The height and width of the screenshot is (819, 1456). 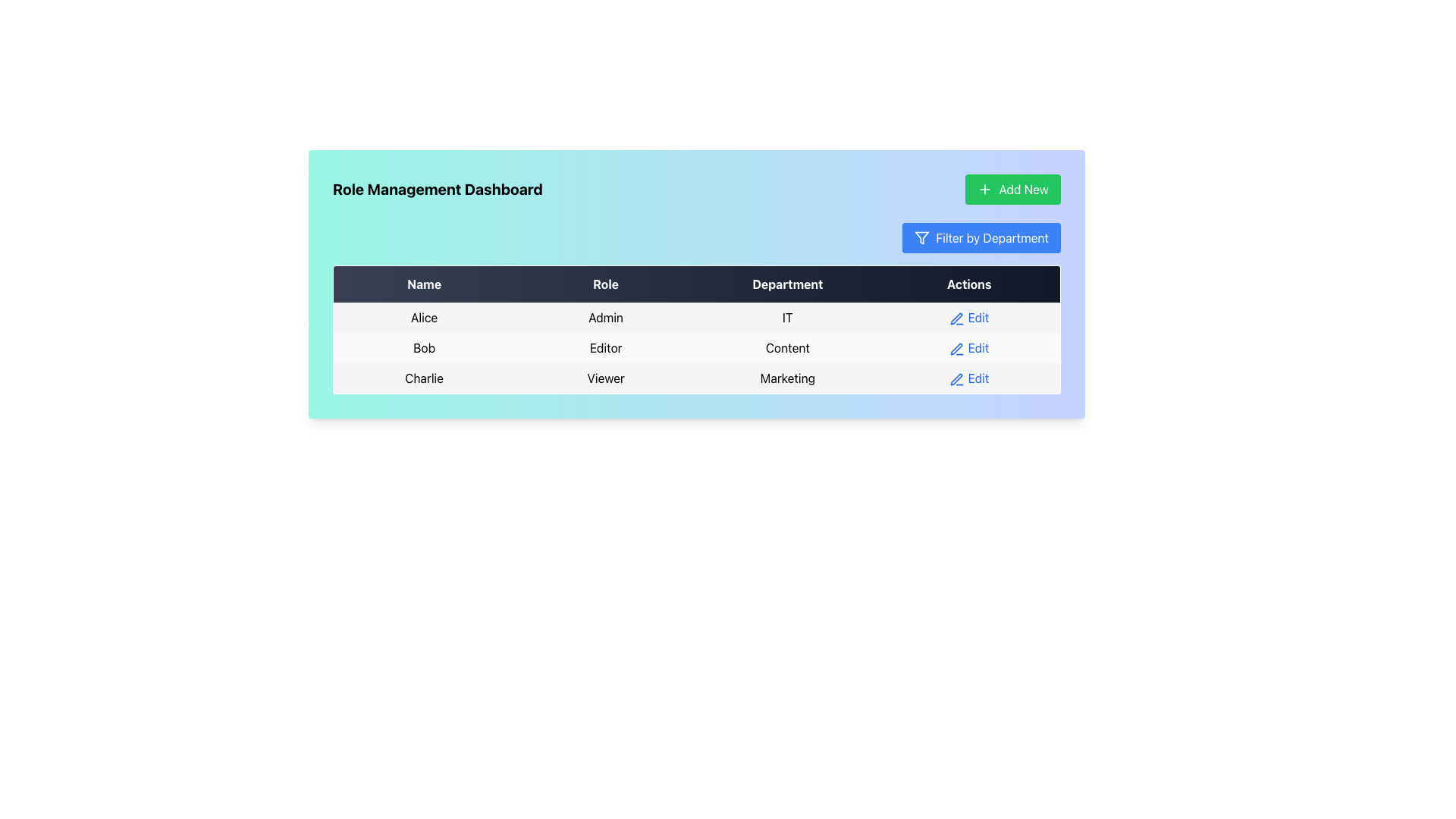 What do you see at coordinates (787, 348) in the screenshot?
I see `text 'Content' displayed in black under the 'Department' heading in the table corresponding to user 'Bob'` at bounding box center [787, 348].